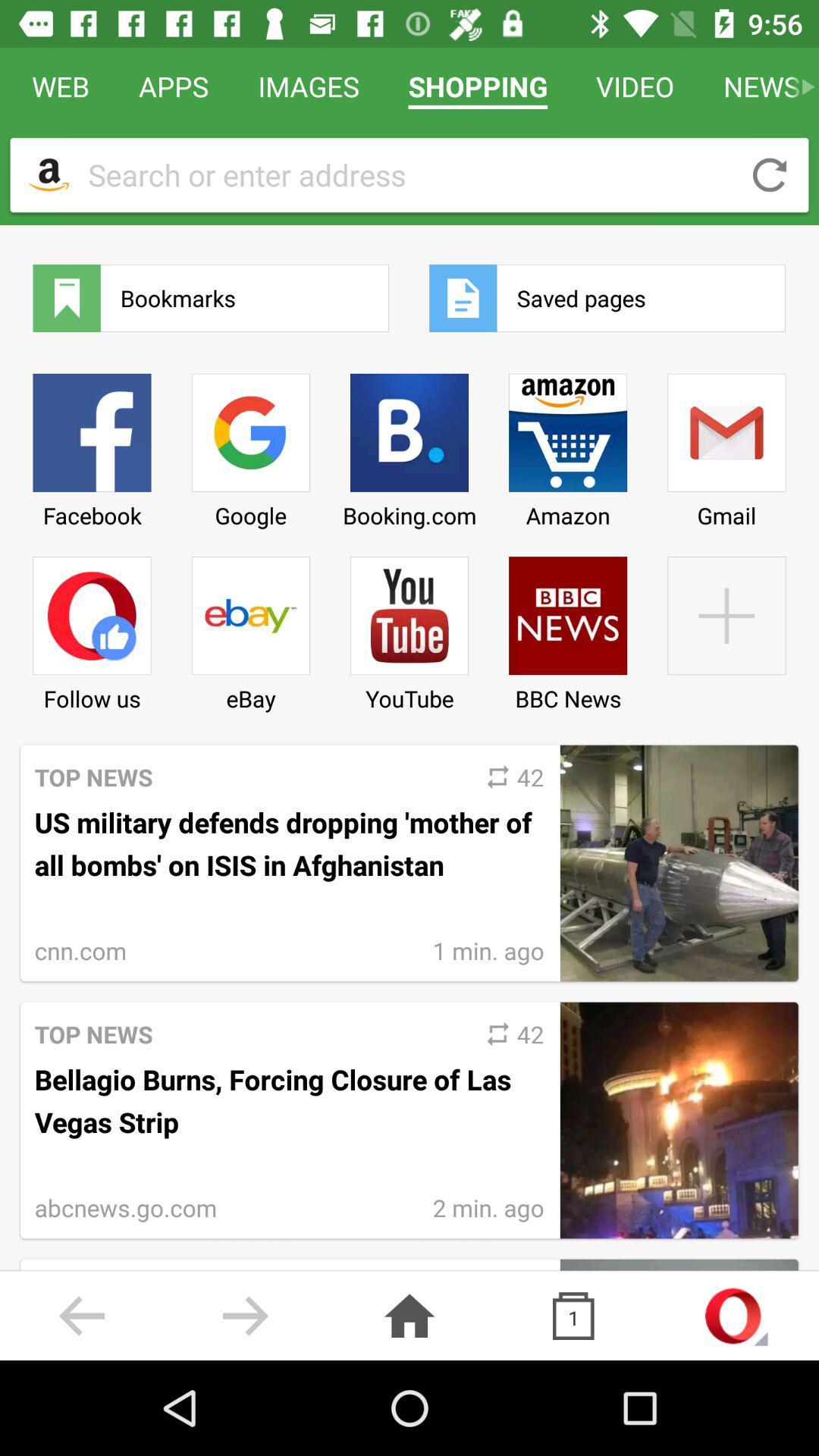 The height and width of the screenshot is (1456, 819). What do you see at coordinates (82, 1315) in the screenshot?
I see `the arrow_backward icon` at bounding box center [82, 1315].